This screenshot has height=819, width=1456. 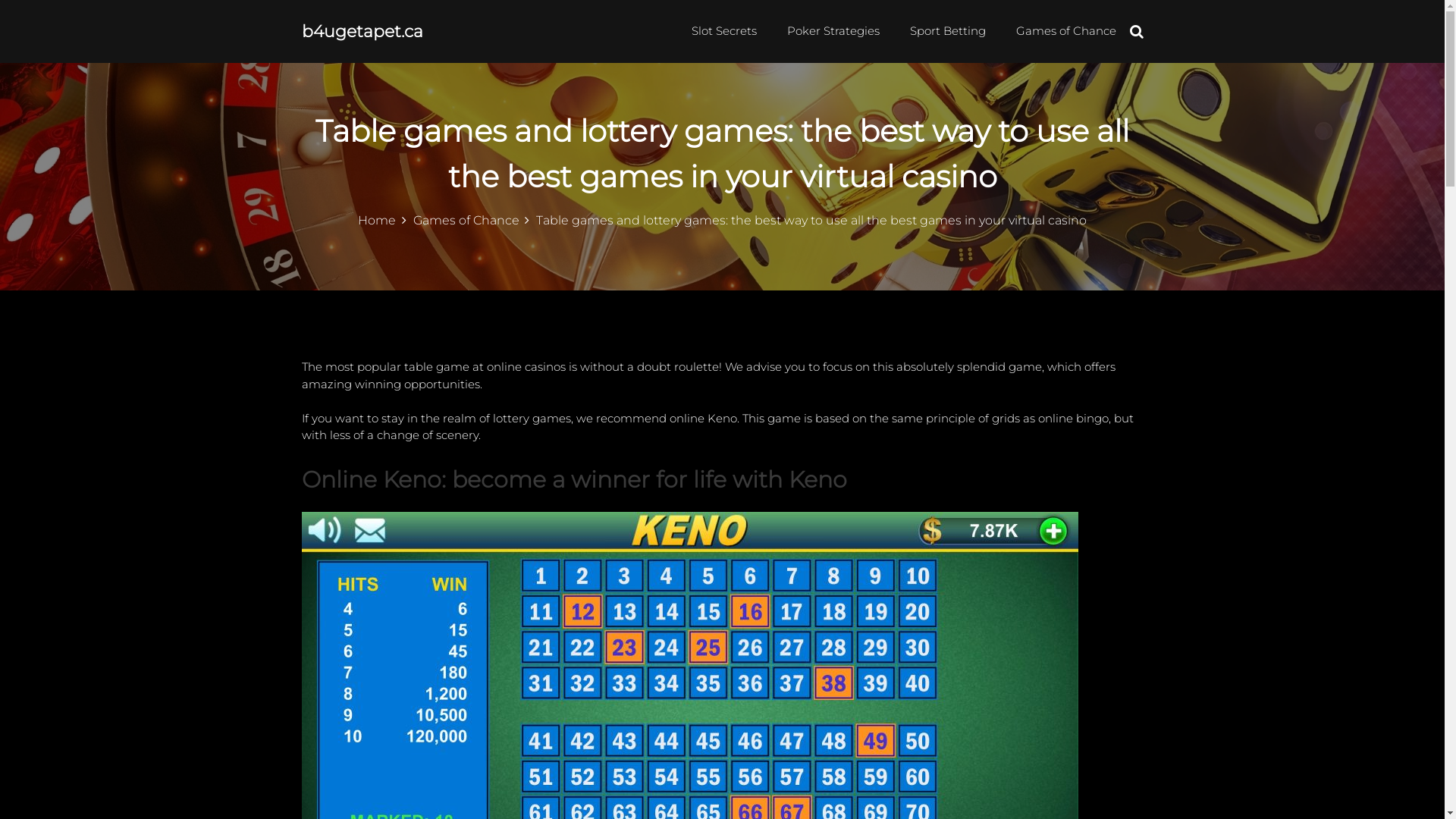 What do you see at coordinates (362, 31) in the screenshot?
I see `'b4ugetapet.ca'` at bounding box center [362, 31].